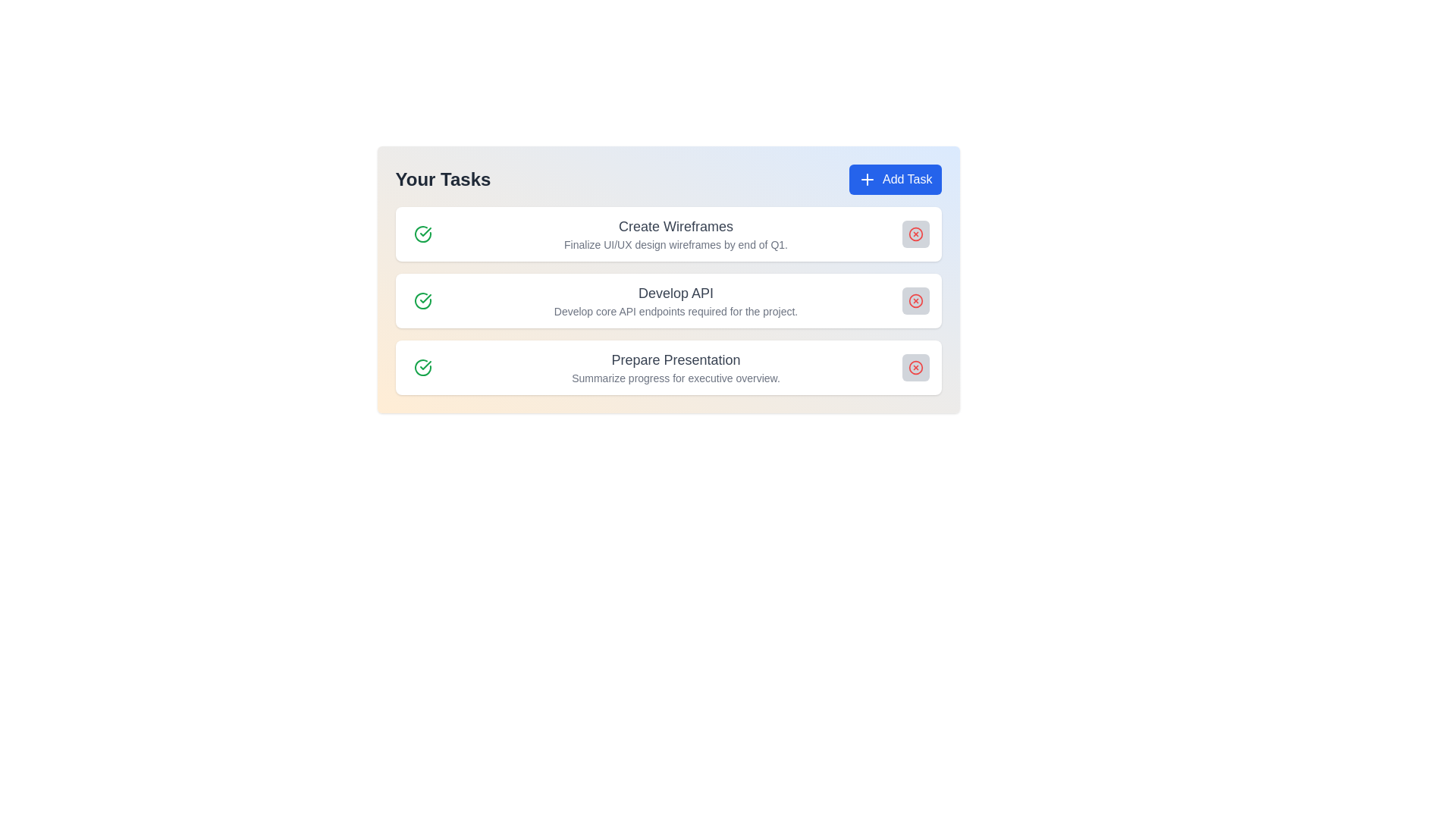 The width and height of the screenshot is (1456, 819). What do you see at coordinates (422, 368) in the screenshot?
I see `the circular green icon with a checkmark inside, which indicates completion, located to the left of the 'Prepare Presentation' text in the third task card` at bounding box center [422, 368].